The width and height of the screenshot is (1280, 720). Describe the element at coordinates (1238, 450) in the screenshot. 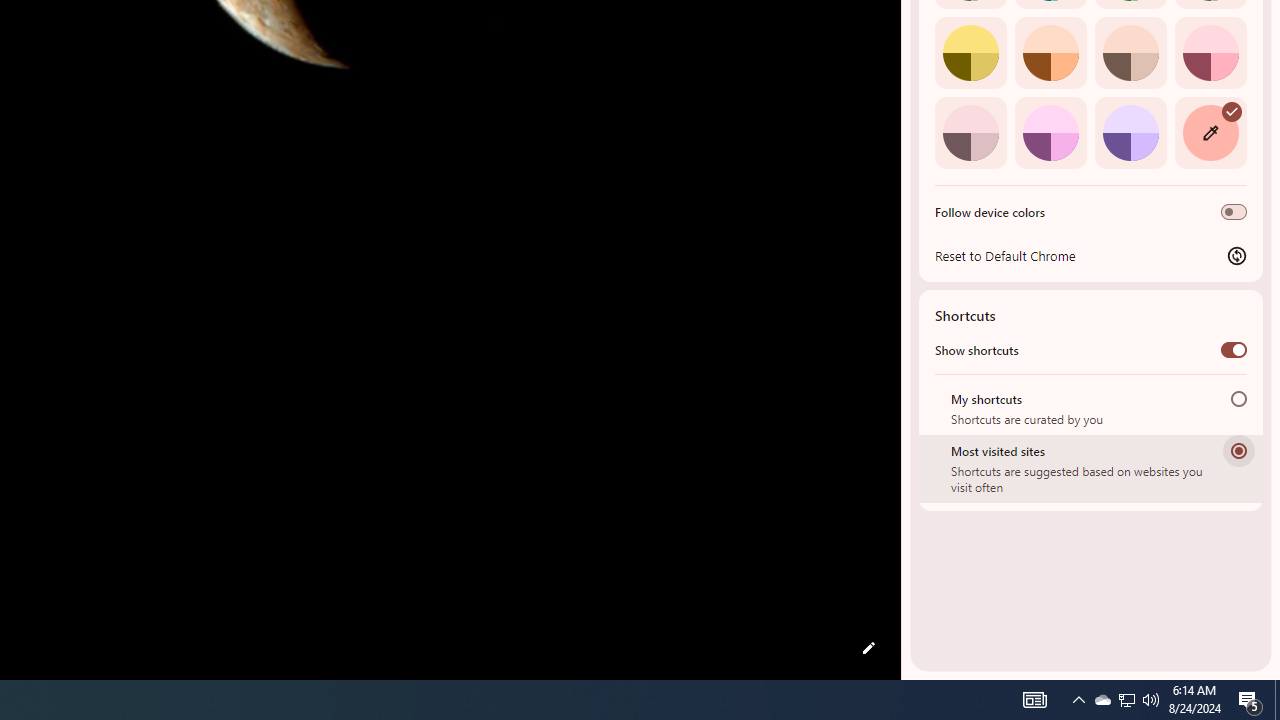

I see `'Most visited sites'` at that location.